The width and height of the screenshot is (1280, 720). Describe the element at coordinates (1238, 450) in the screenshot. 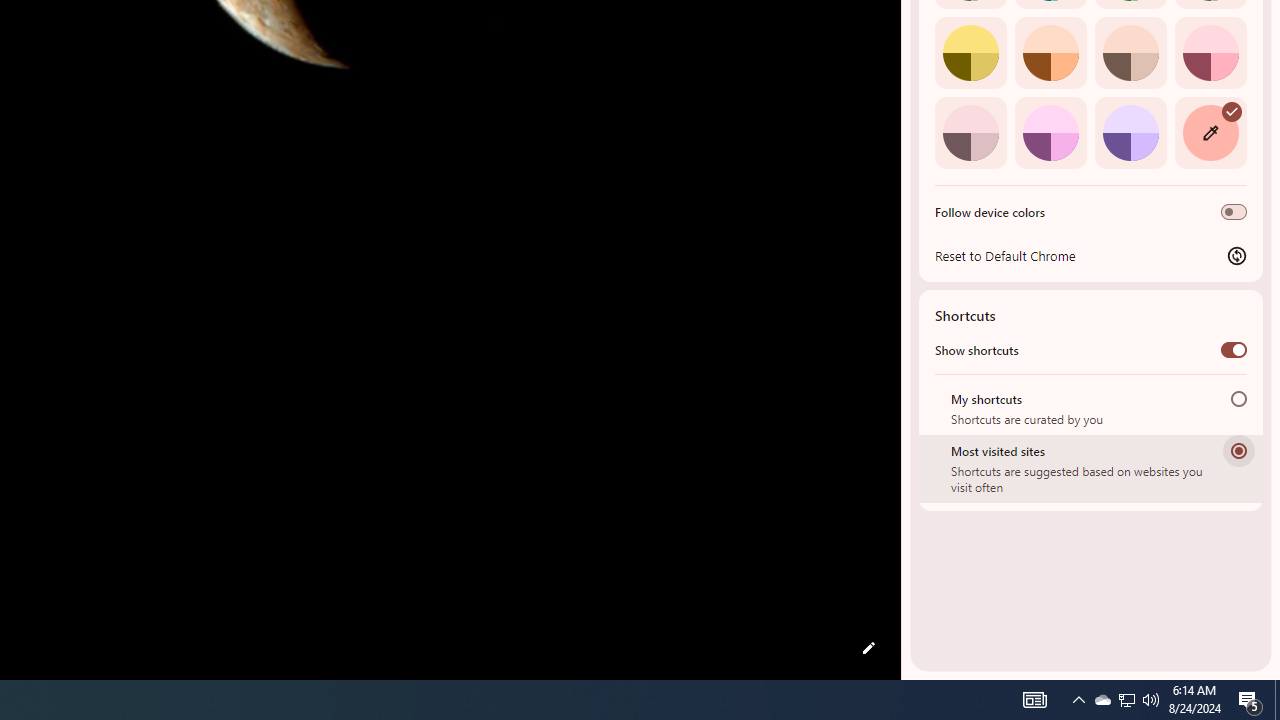

I see `'Most visited sites'` at that location.